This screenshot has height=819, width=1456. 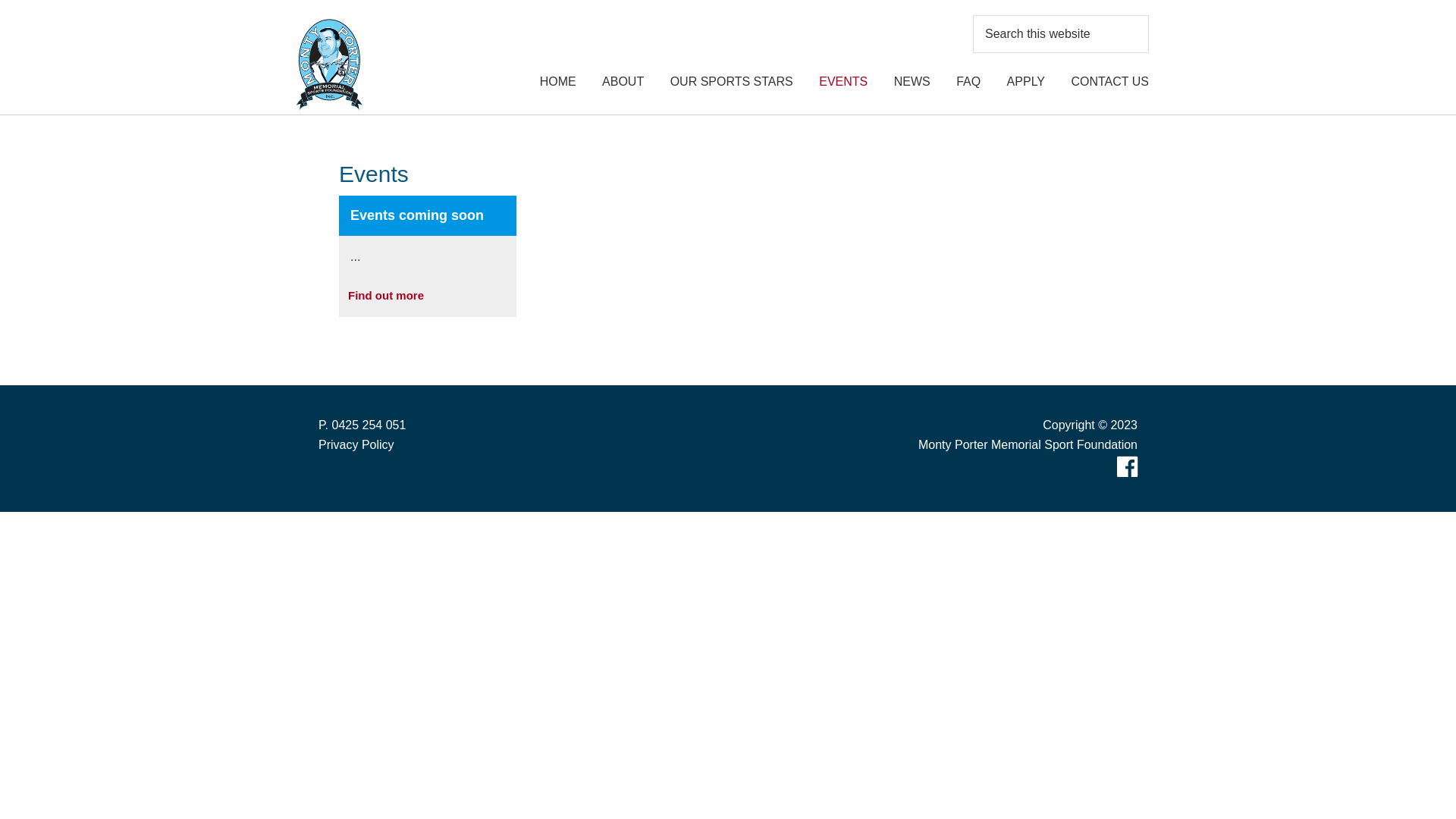 I want to click on 'Events coming soon', so click(x=337, y=215).